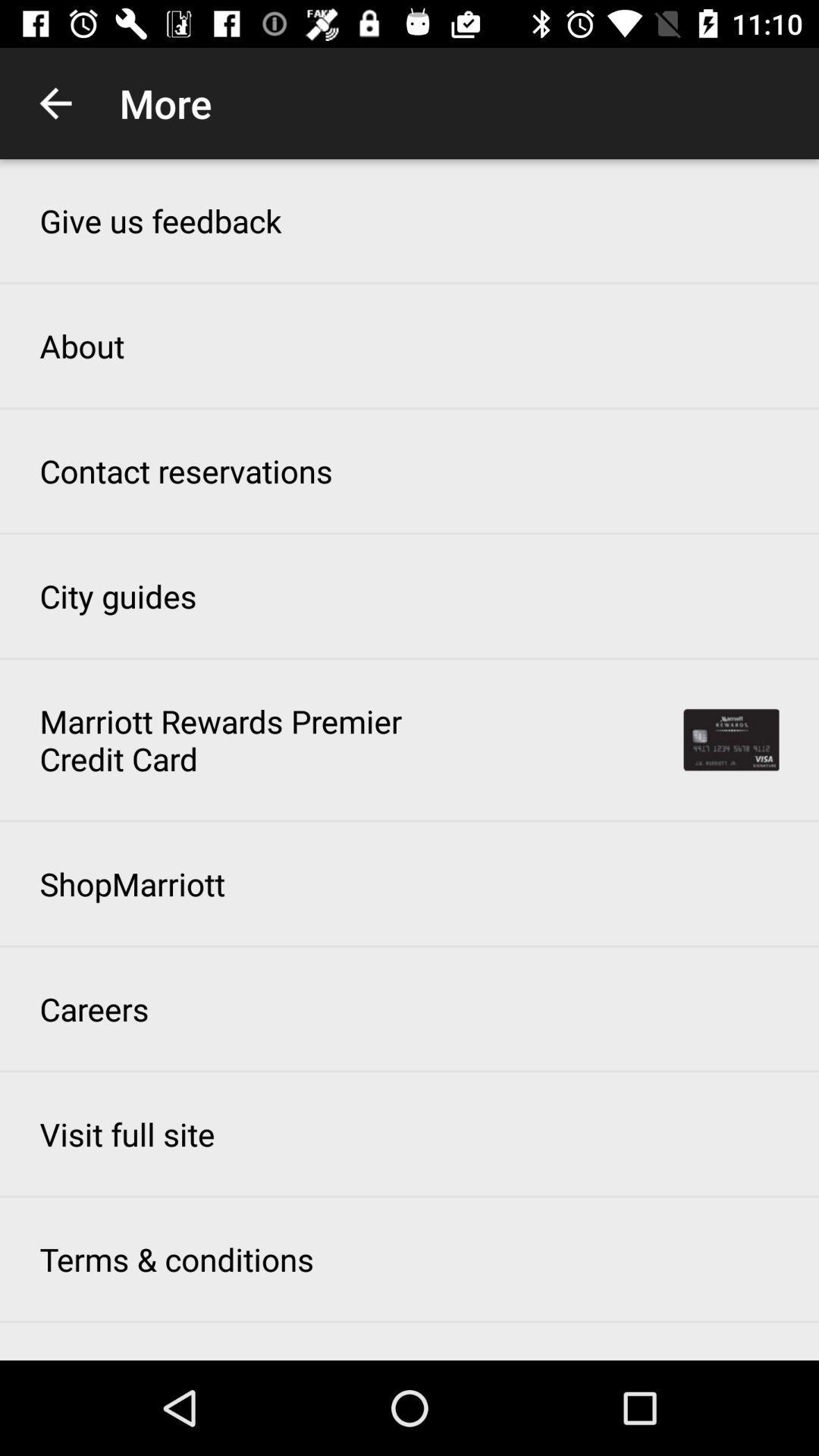  I want to click on item above the city guides, so click(185, 469).